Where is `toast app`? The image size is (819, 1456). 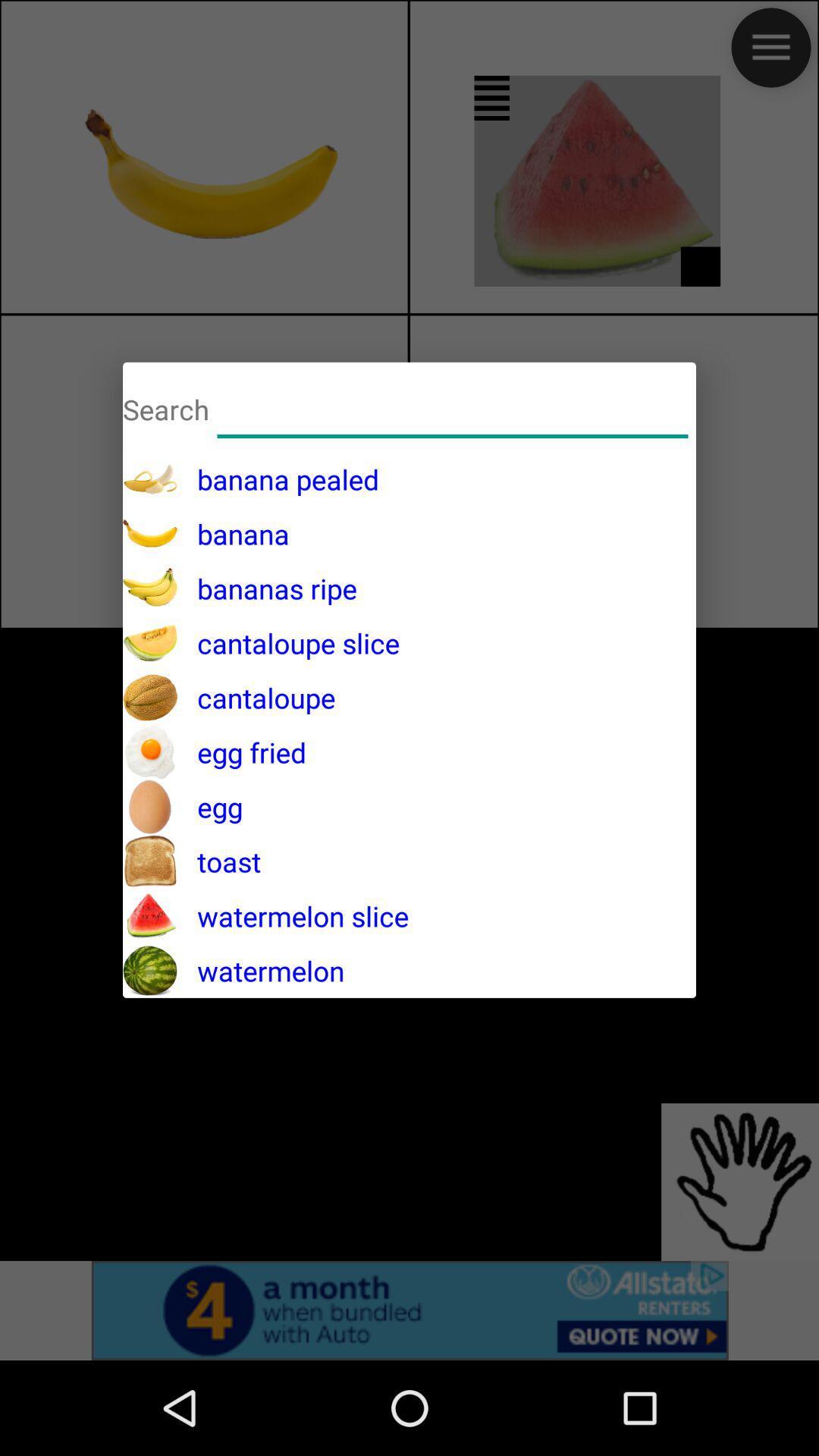
toast app is located at coordinates (219, 861).